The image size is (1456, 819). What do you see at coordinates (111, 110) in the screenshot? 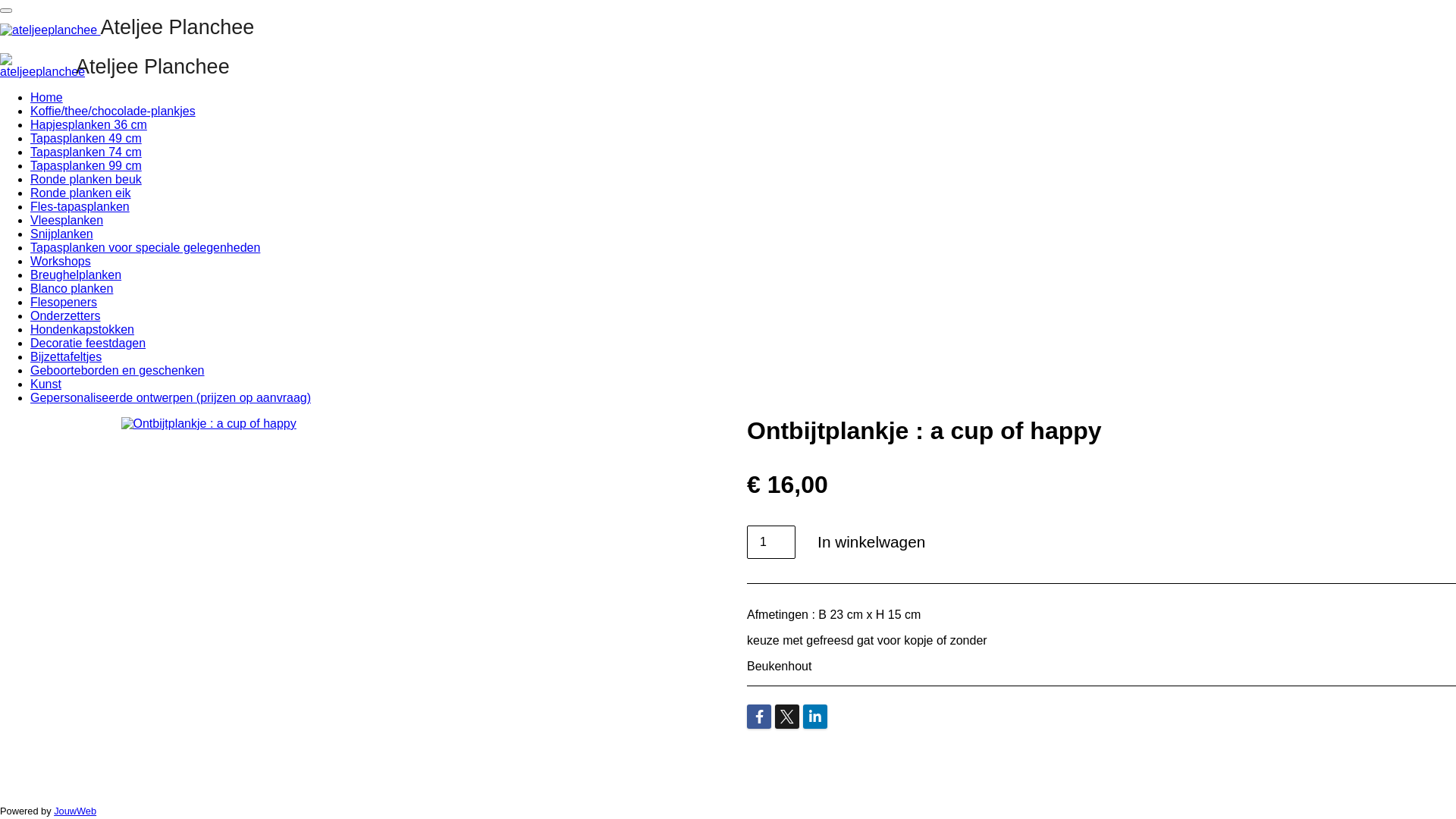
I see `'Koffie/thee/chocolade-plankjes'` at bounding box center [111, 110].